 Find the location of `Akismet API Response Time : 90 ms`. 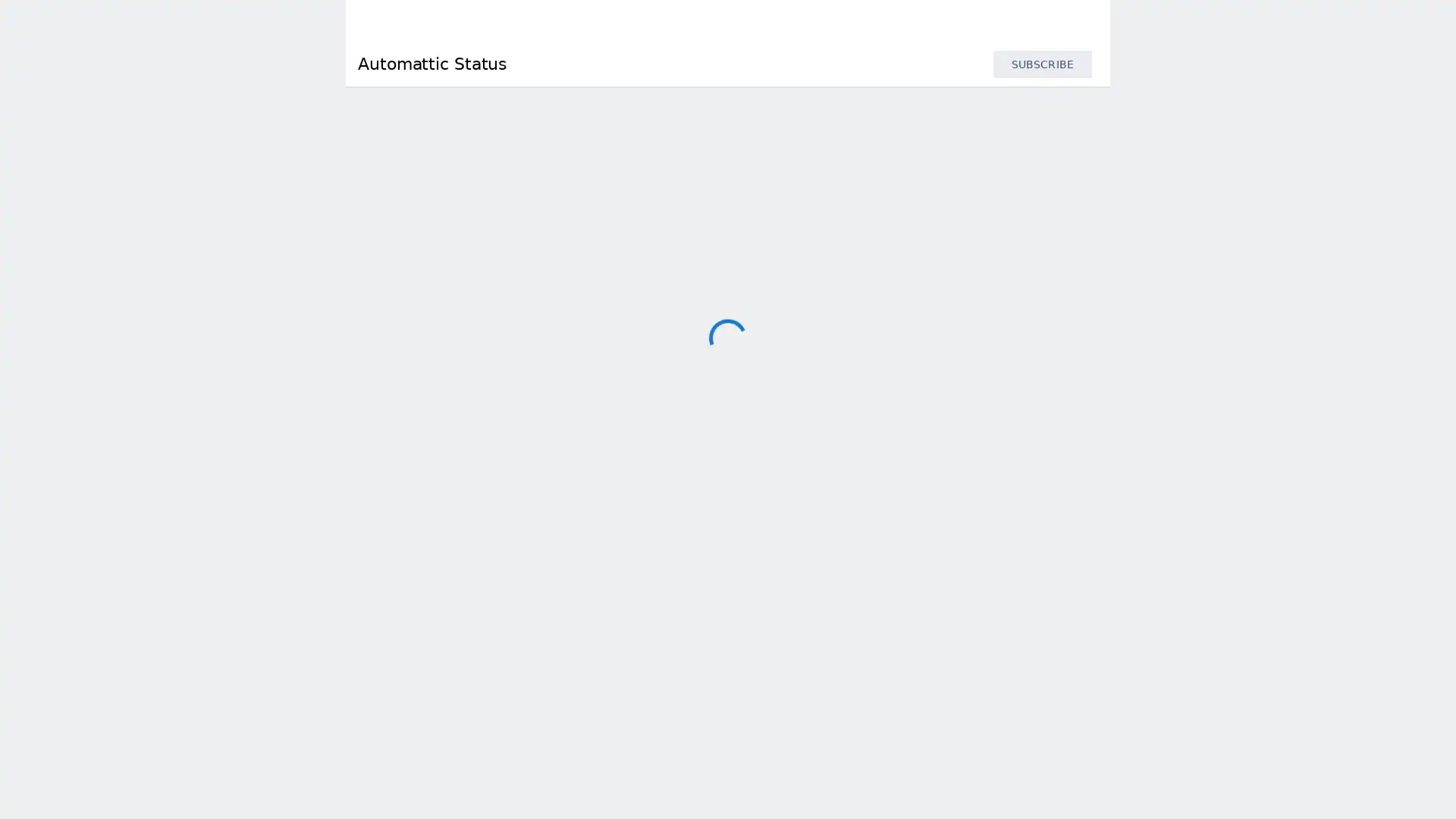

Akismet API Response Time : 90 ms is located at coordinates (635, 276).